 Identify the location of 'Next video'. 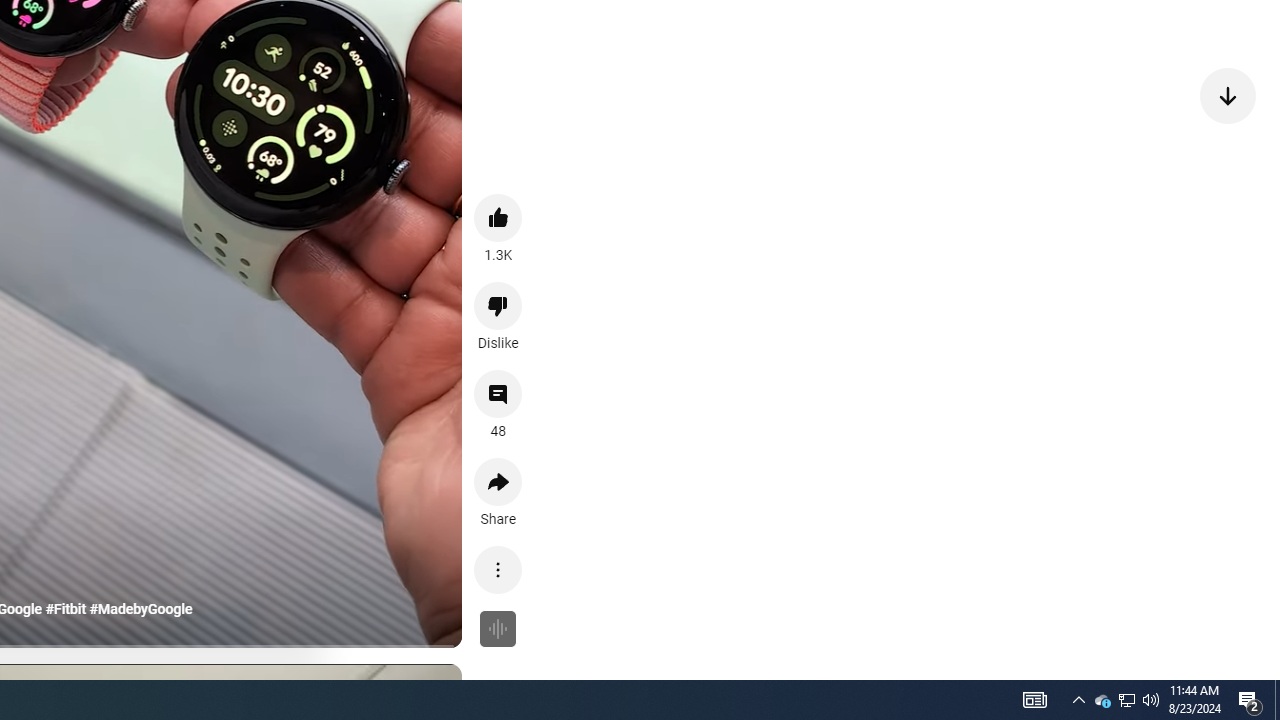
(1227, 95).